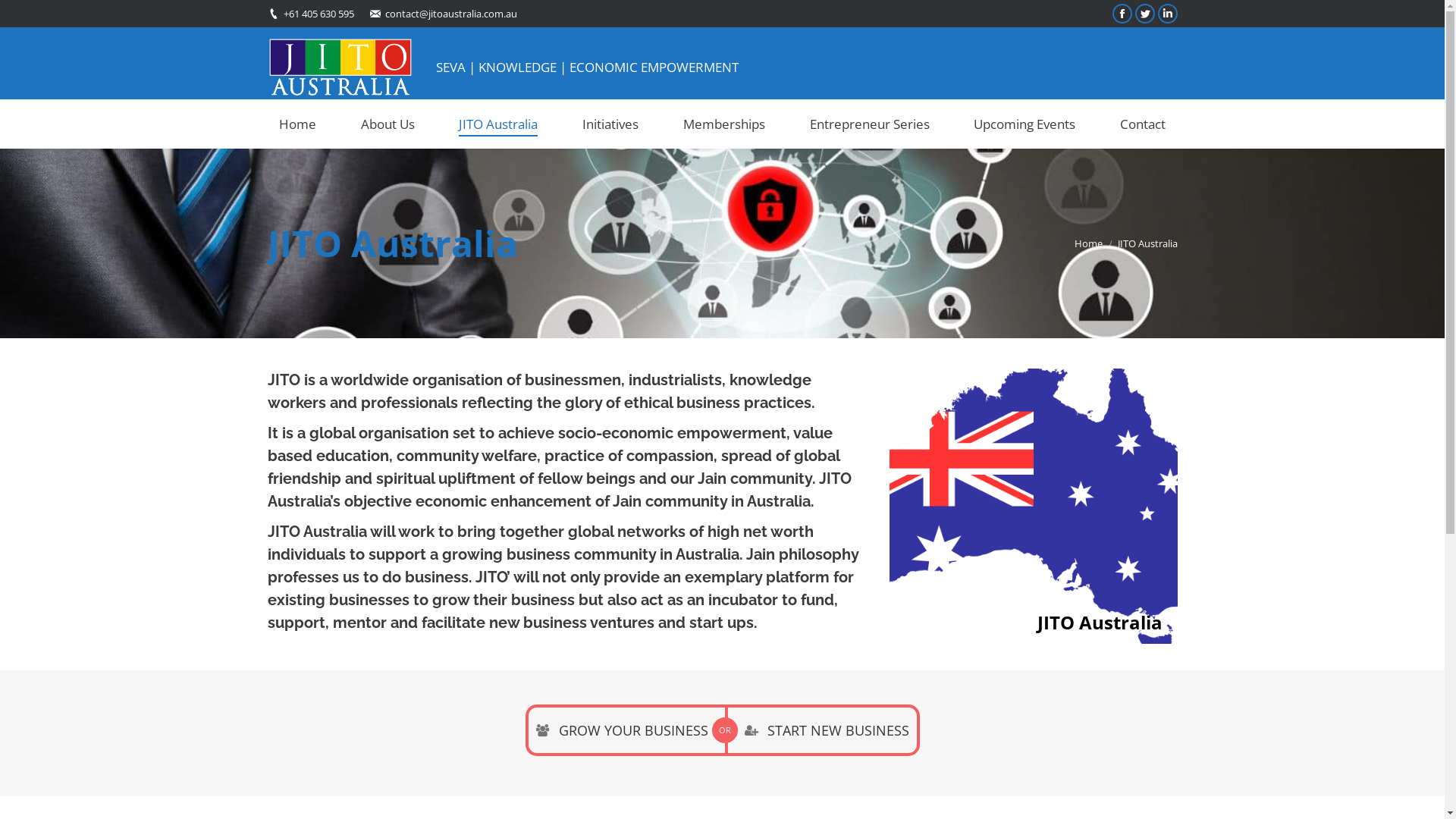  What do you see at coordinates (498, 123) in the screenshot?
I see `'JITO Australia'` at bounding box center [498, 123].